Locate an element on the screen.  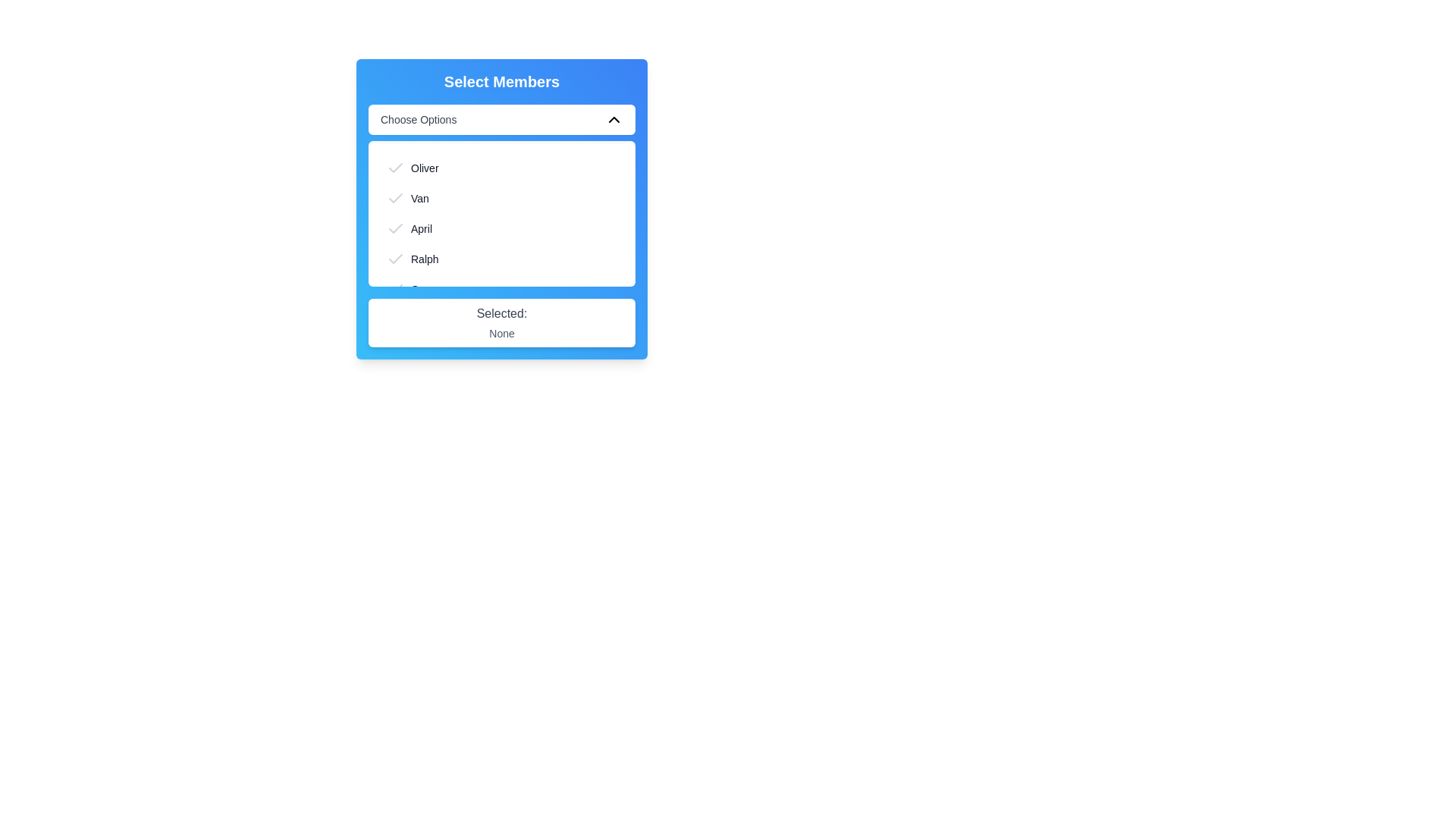
the selectable option labeled 'Oliver' within the dropdown list under the 'Select Members' section is located at coordinates (502, 168).